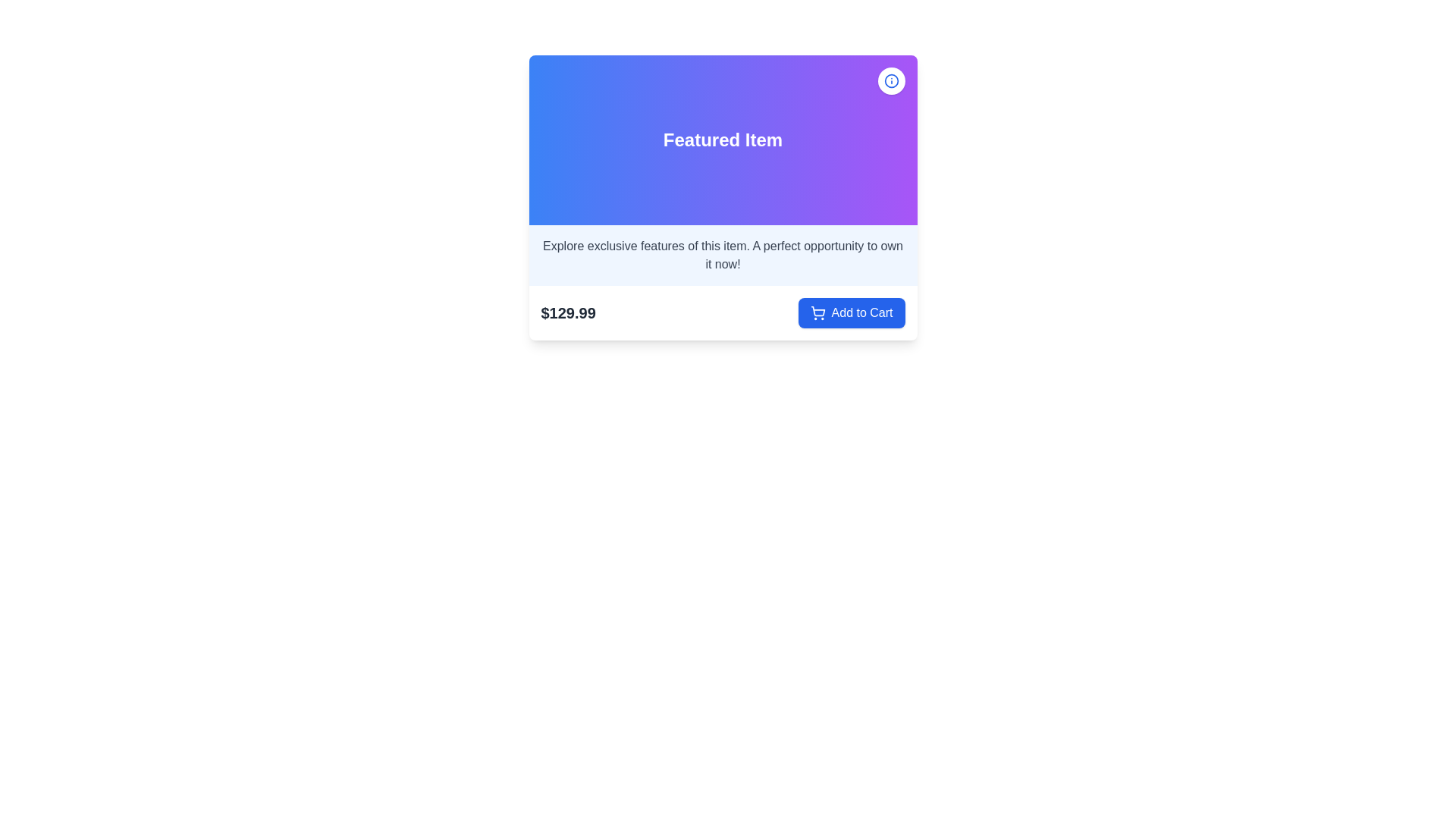  What do you see at coordinates (722, 140) in the screenshot?
I see `the bold text element reading 'Featured Item', which is centrally positioned within a gradient background transitioning from blue to purple` at bounding box center [722, 140].